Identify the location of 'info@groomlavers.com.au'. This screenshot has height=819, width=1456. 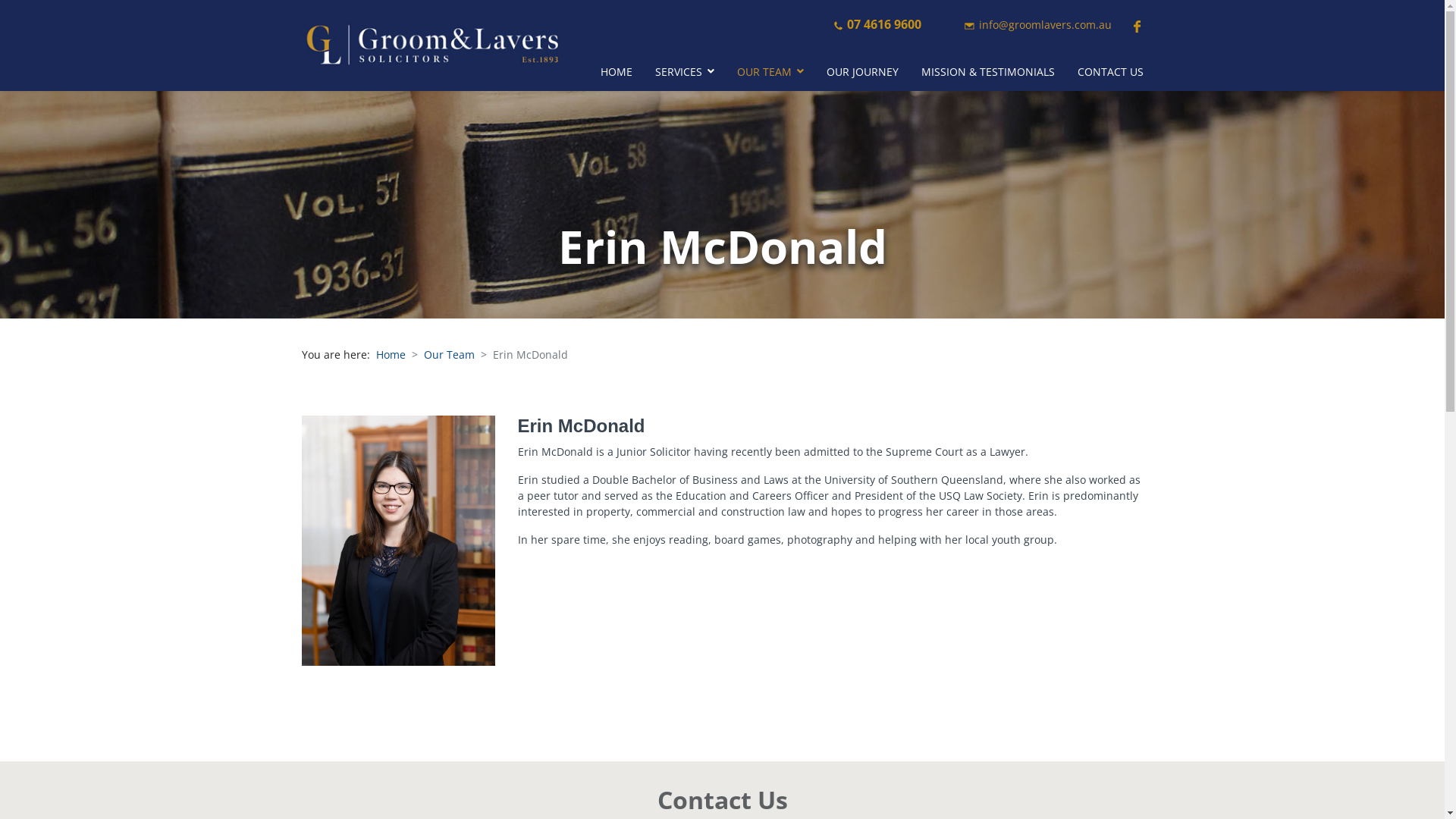
(1043, 24).